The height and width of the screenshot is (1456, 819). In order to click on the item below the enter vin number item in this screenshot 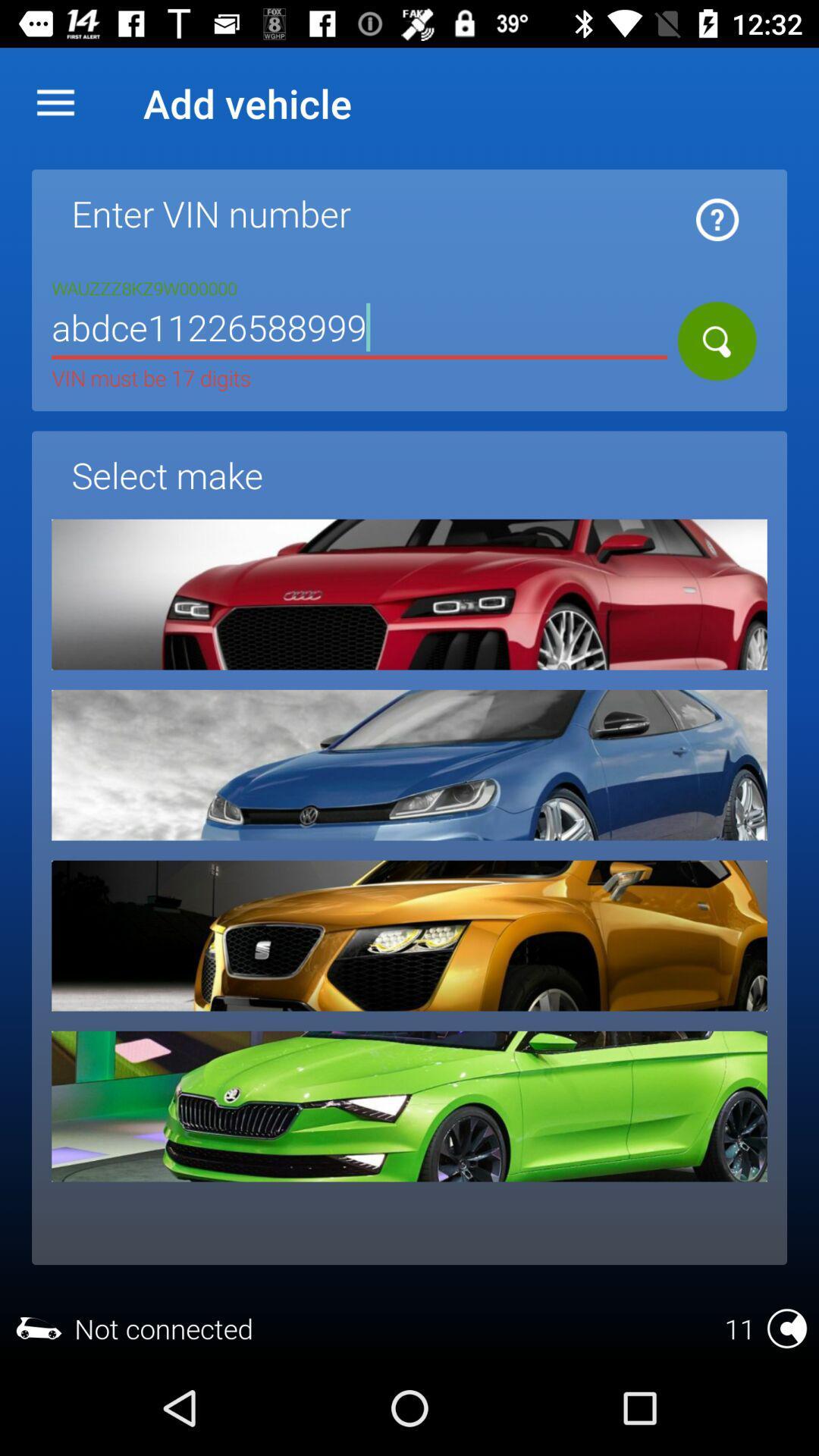, I will do `click(359, 329)`.